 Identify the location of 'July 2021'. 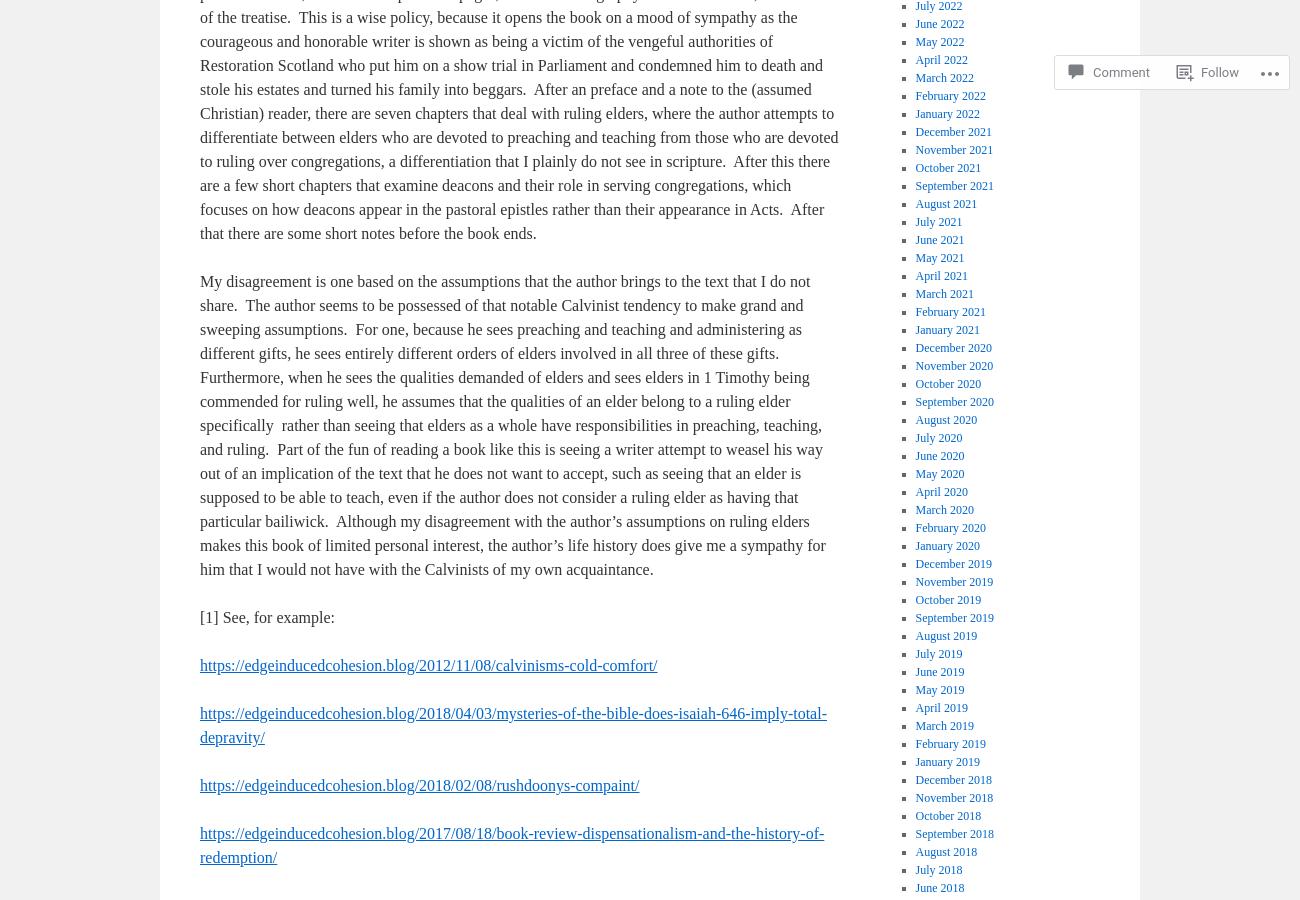
(938, 222).